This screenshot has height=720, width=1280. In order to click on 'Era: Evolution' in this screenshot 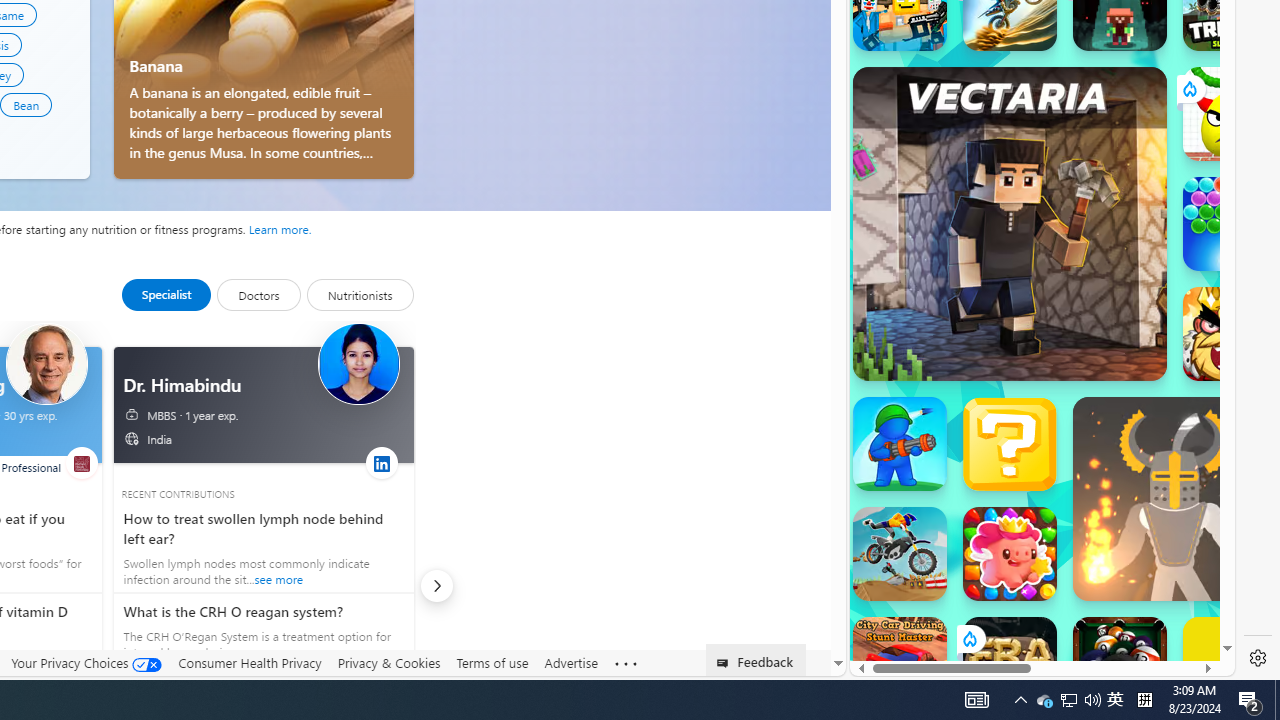, I will do `click(1009, 664)`.